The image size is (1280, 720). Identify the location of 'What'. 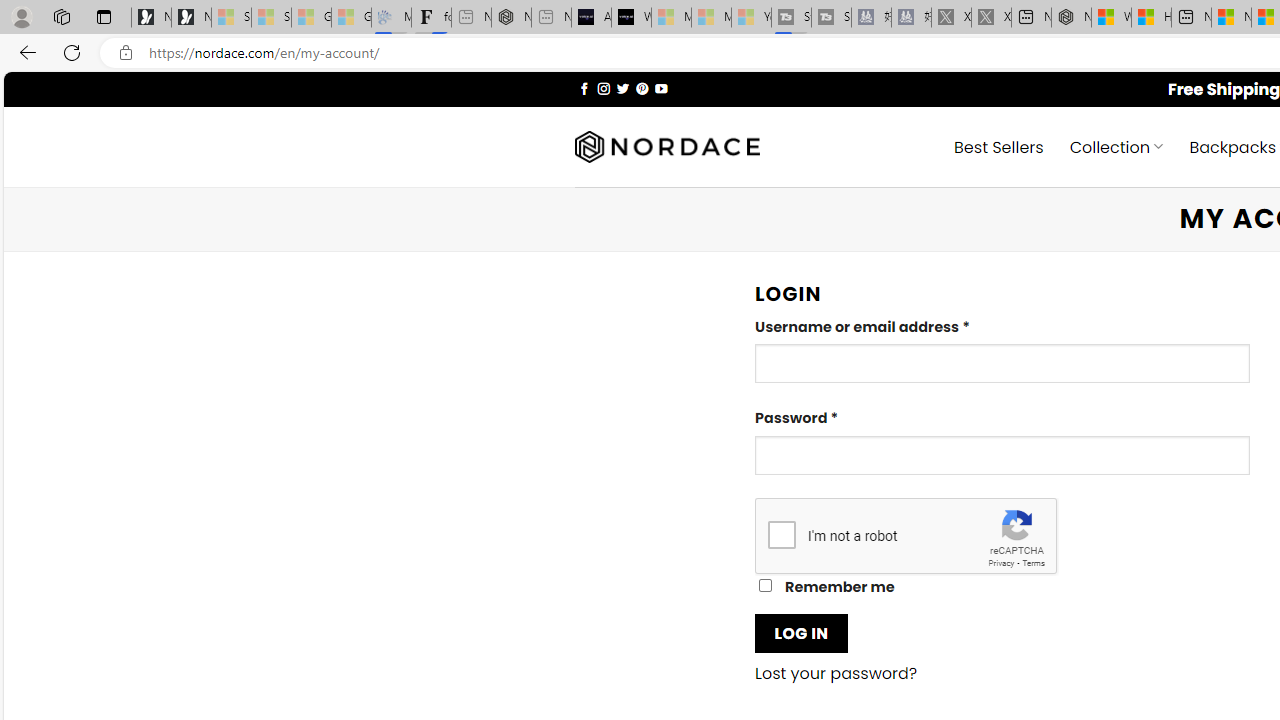
(630, 17).